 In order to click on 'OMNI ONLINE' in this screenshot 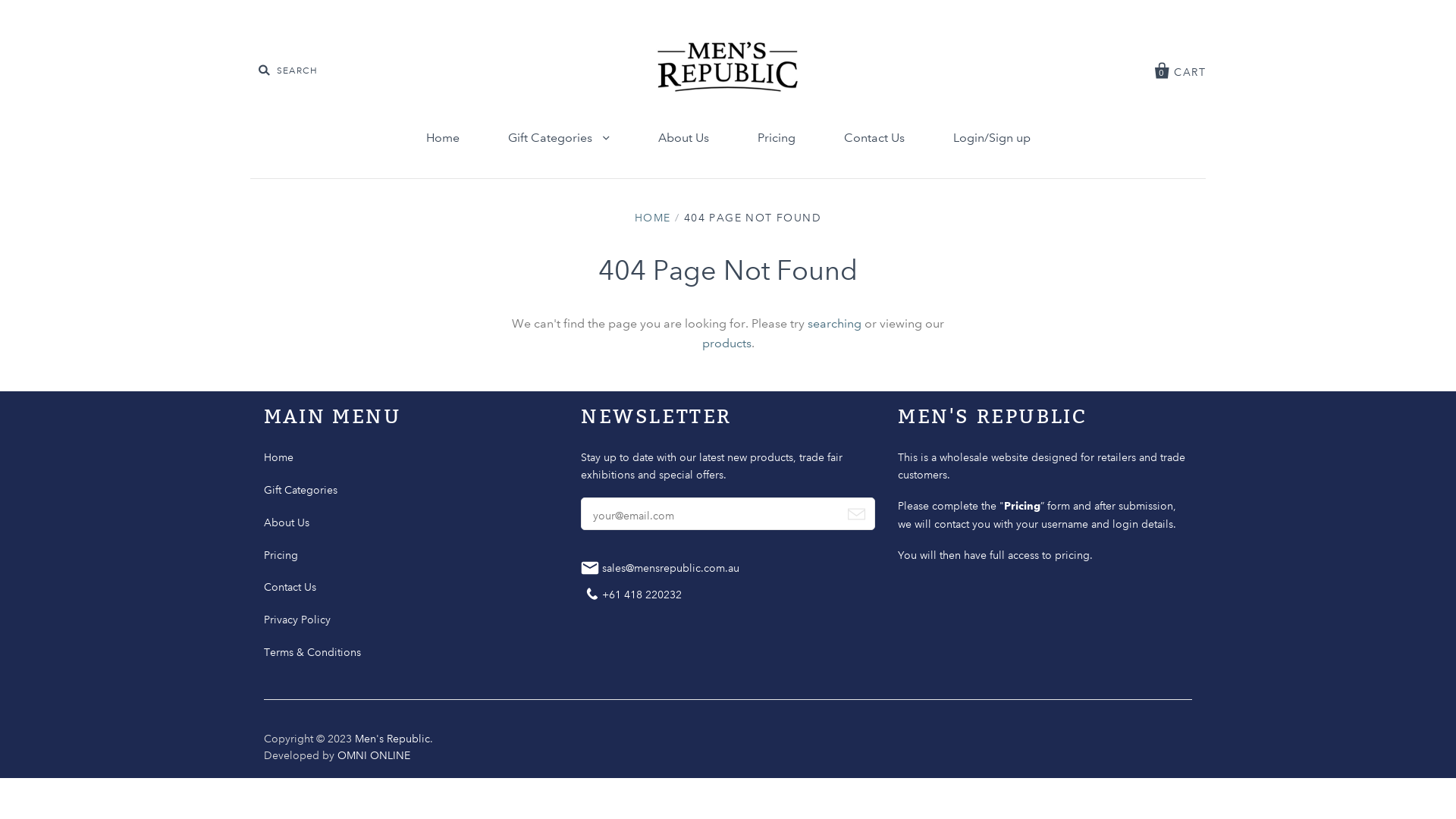, I will do `click(374, 755)`.